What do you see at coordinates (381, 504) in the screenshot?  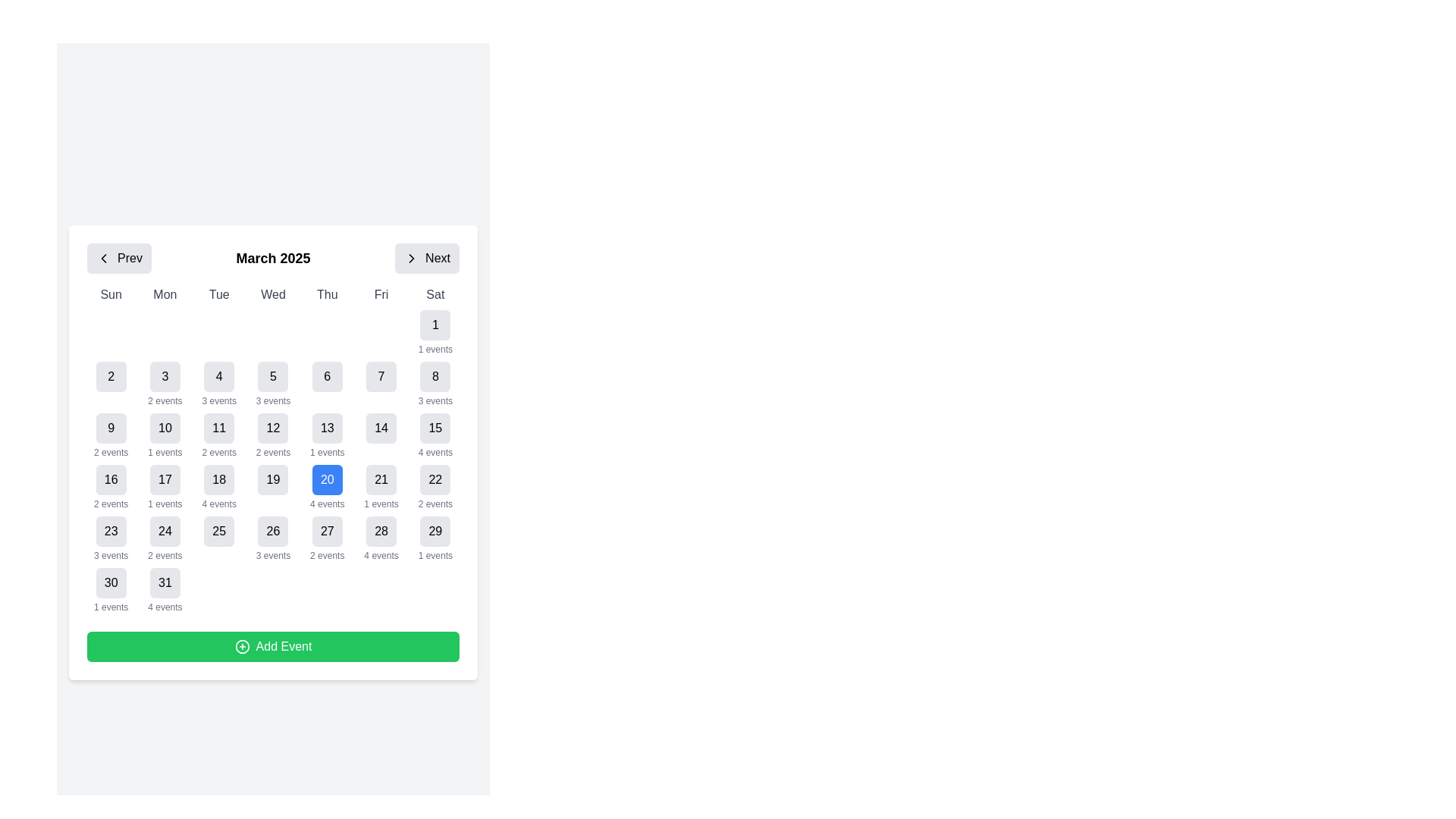 I see `the static text indicating the number of planned events for the date '21' in the calendar view, positioned directly below the clickable date box` at bounding box center [381, 504].